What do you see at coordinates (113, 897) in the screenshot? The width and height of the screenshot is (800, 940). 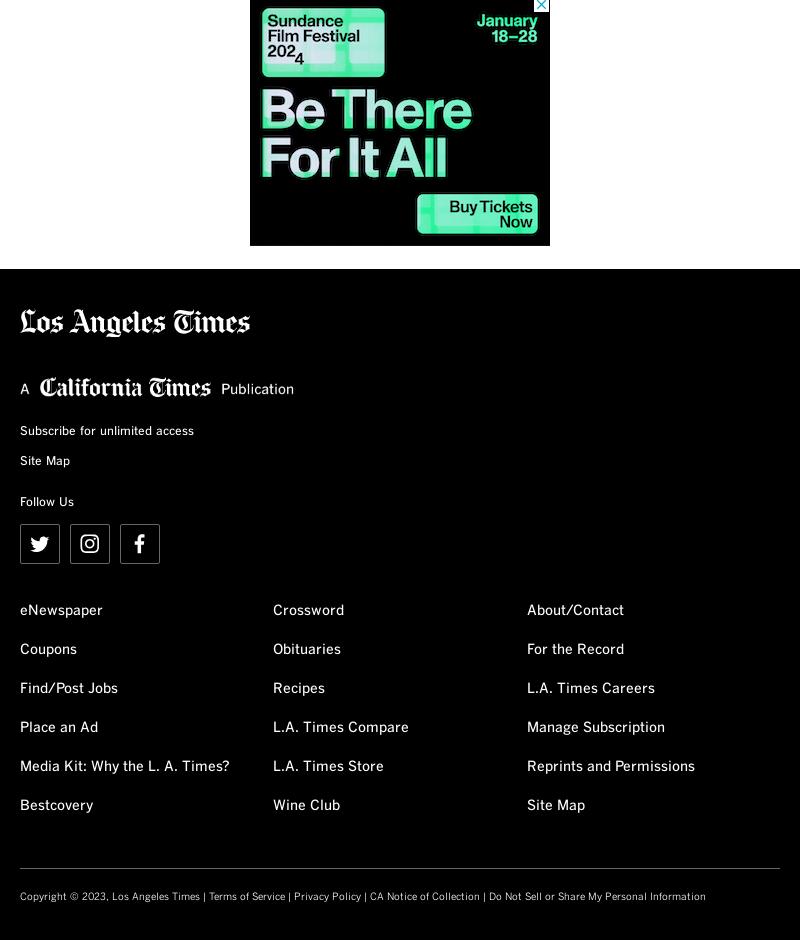 I see `'Copyright © 2023, Los Angeles Times |'` at bounding box center [113, 897].